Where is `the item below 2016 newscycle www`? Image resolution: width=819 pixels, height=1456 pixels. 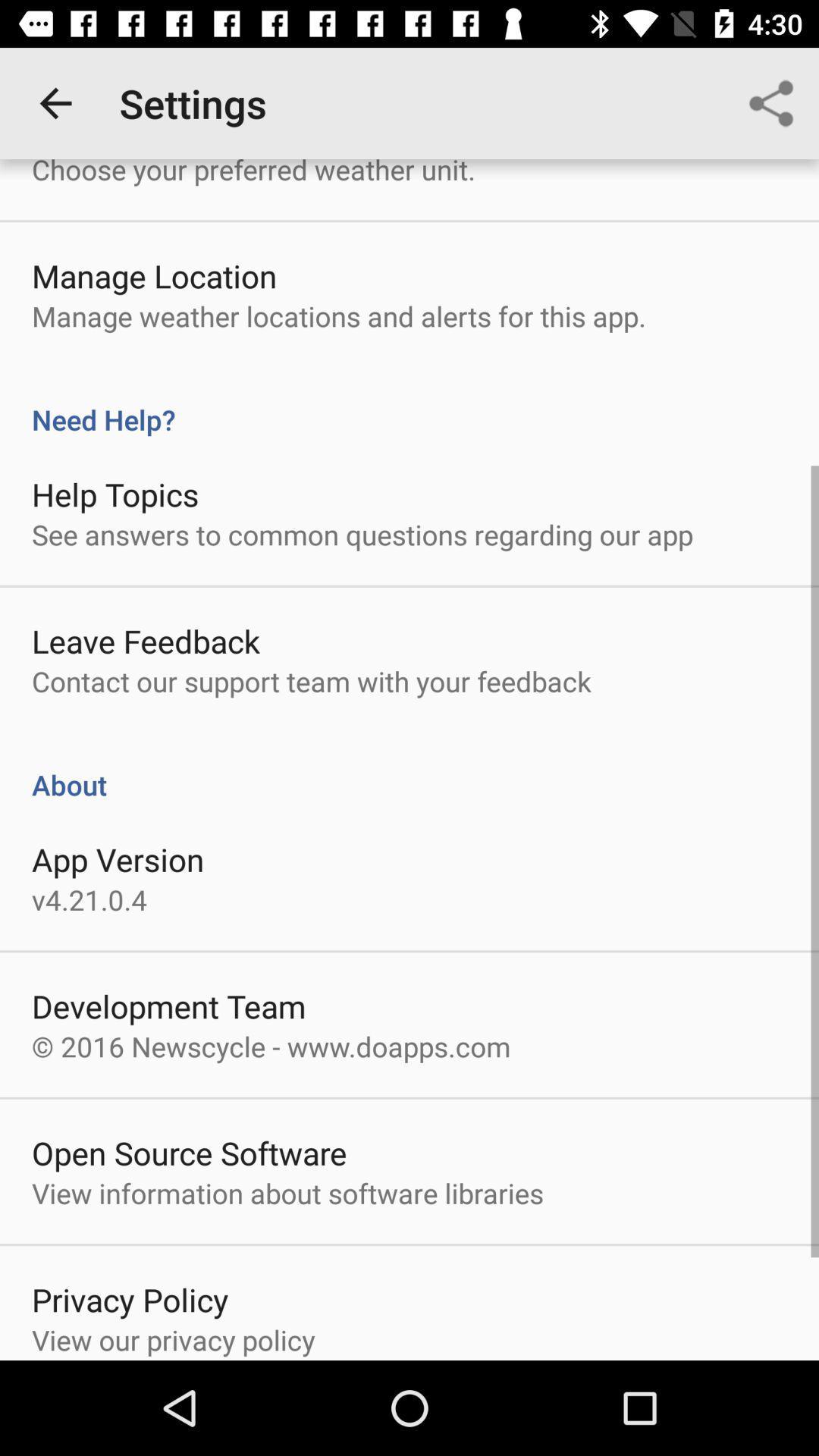 the item below 2016 newscycle www is located at coordinates (188, 1153).